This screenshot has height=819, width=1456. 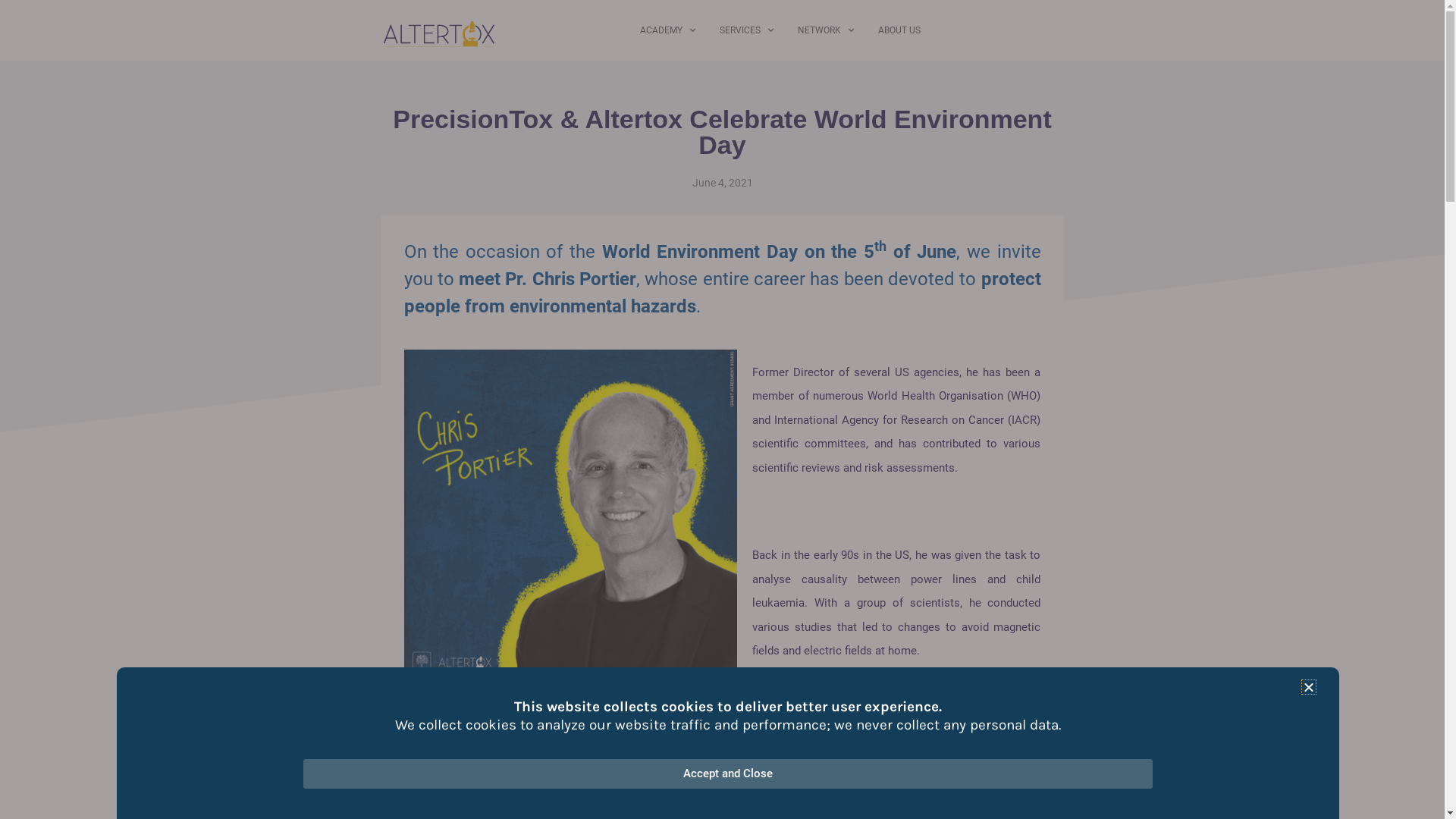 What do you see at coordinates (529, 795) in the screenshot?
I see `'A Human Health Perspective on Climate Change'` at bounding box center [529, 795].